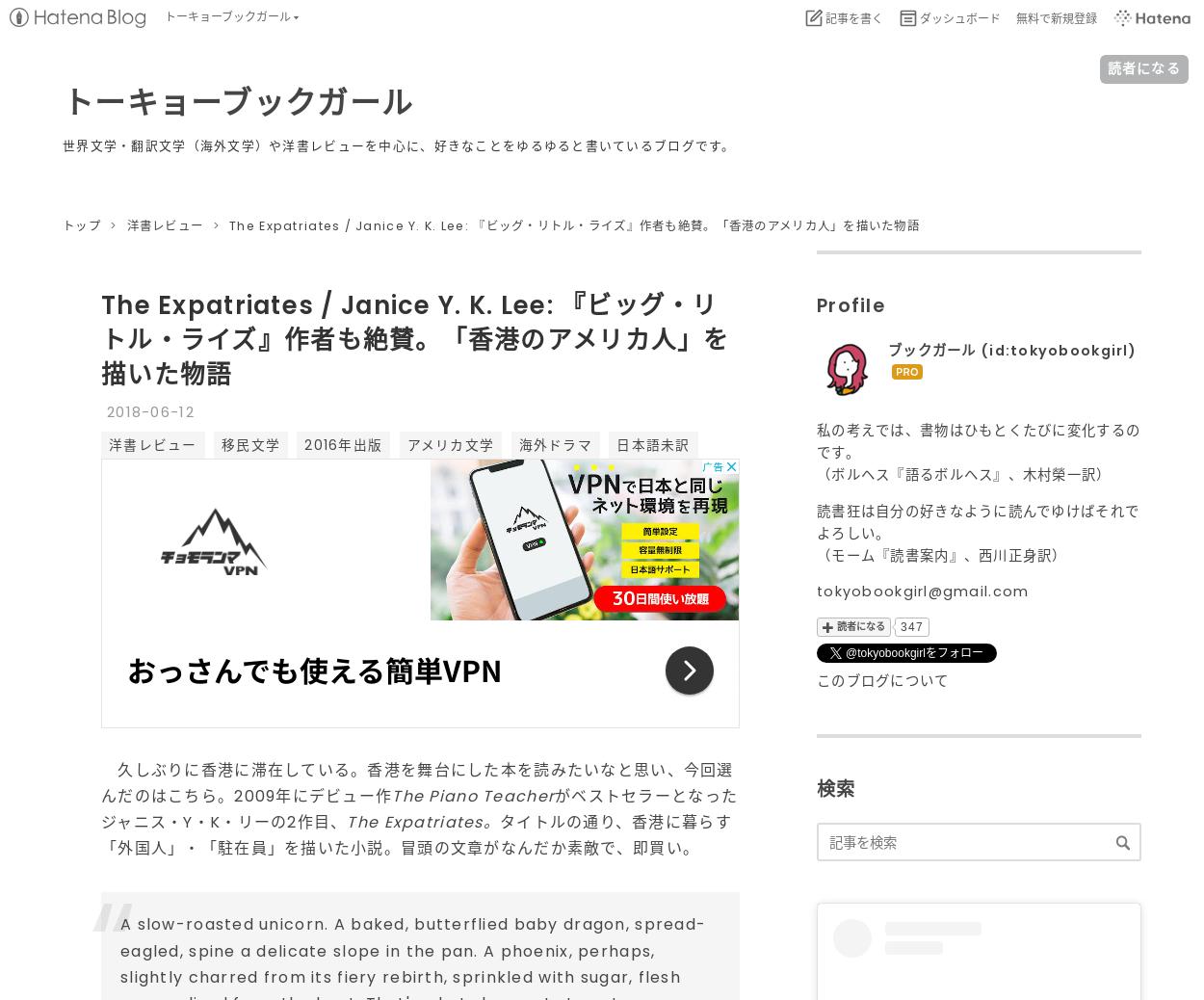  What do you see at coordinates (124, 410) in the screenshot?
I see `'2018'` at bounding box center [124, 410].